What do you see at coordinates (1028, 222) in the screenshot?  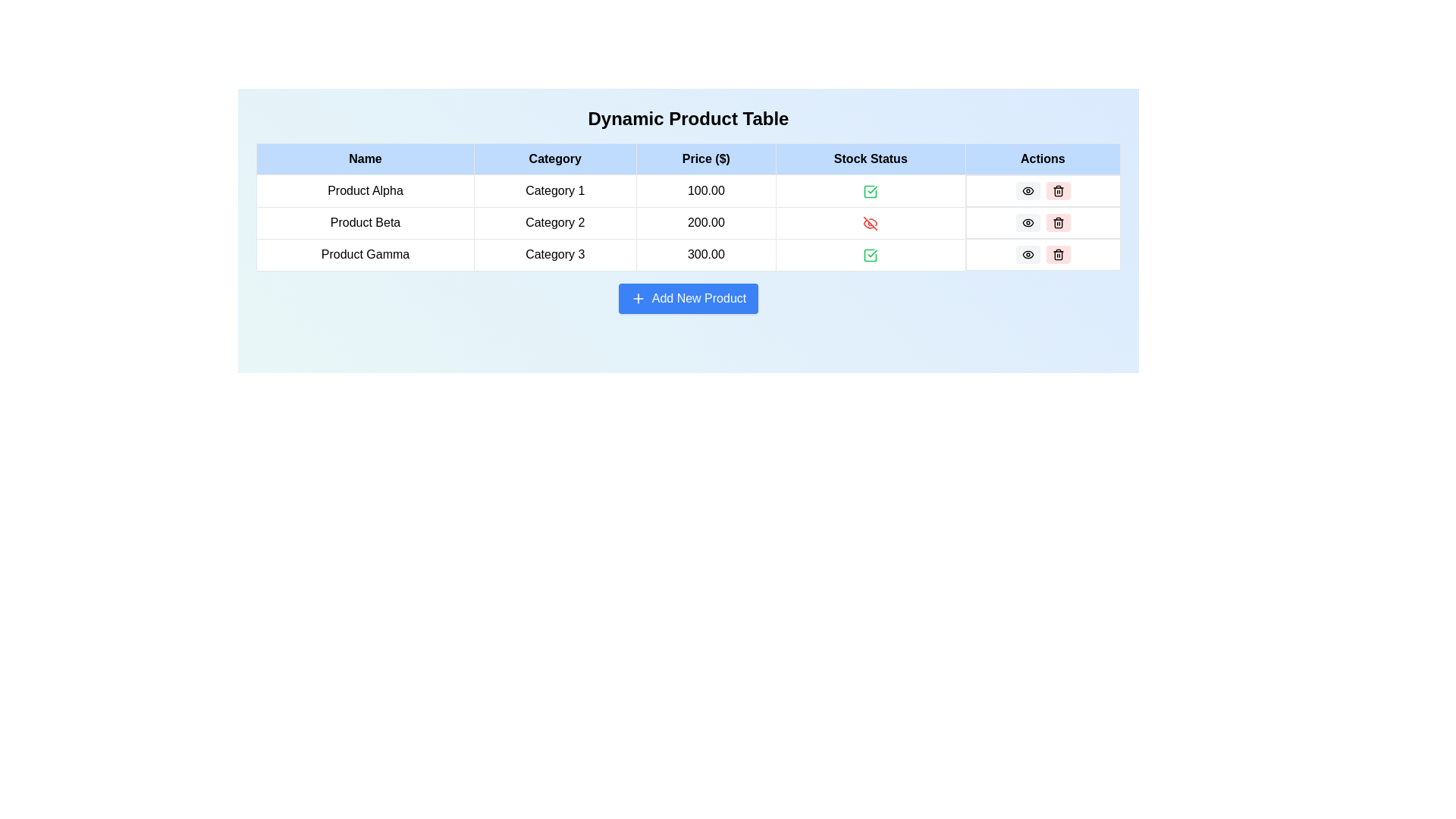 I see `the 'View Details' button for 'Product Beta' located in the Actions column of the product table` at bounding box center [1028, 222].